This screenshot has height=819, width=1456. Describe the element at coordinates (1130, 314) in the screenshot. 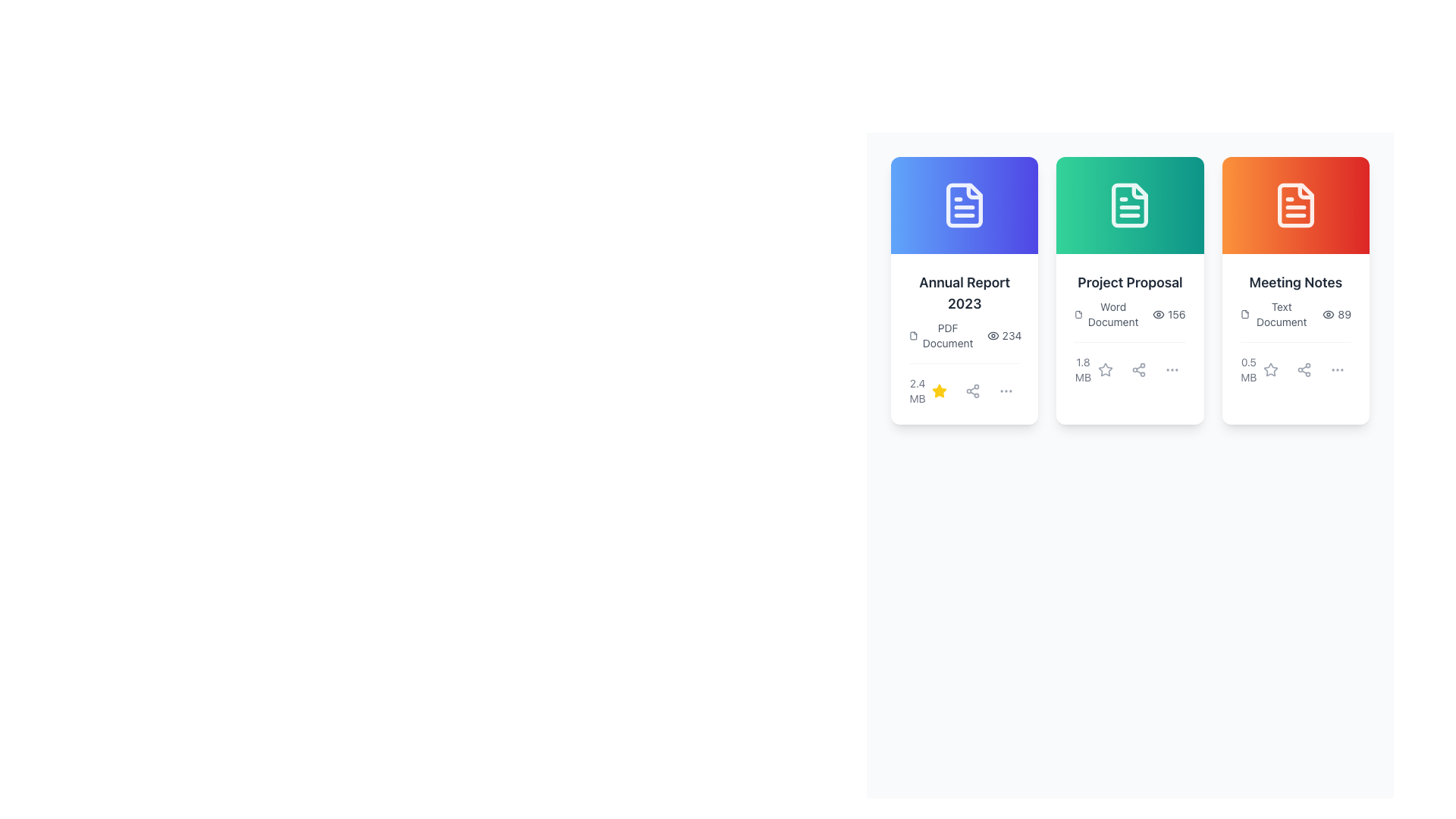

I see `the text label 'Word Document 156' with associated icons, which is located within the 'Project Proposal' card, below the main title and between the title and the file size information` at that location.